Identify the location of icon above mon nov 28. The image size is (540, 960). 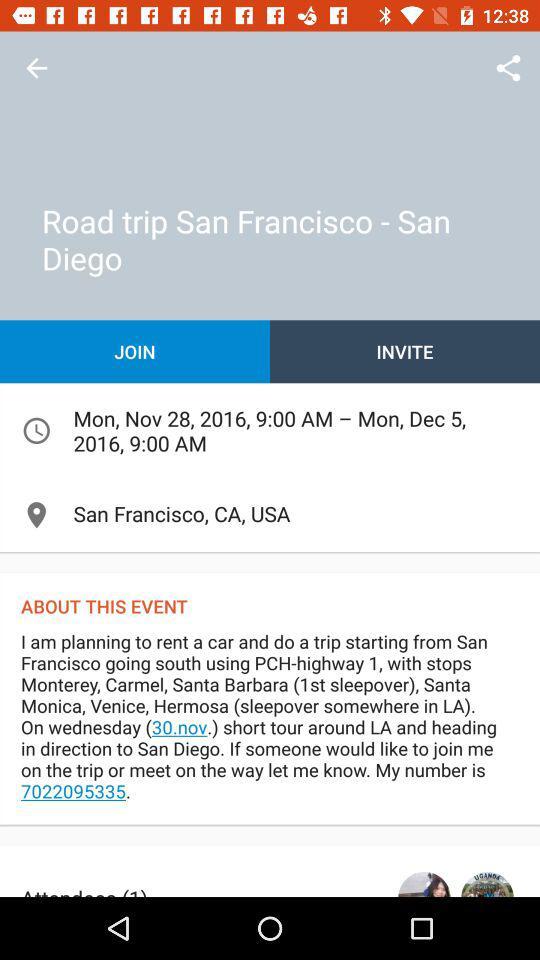
(135, 351).